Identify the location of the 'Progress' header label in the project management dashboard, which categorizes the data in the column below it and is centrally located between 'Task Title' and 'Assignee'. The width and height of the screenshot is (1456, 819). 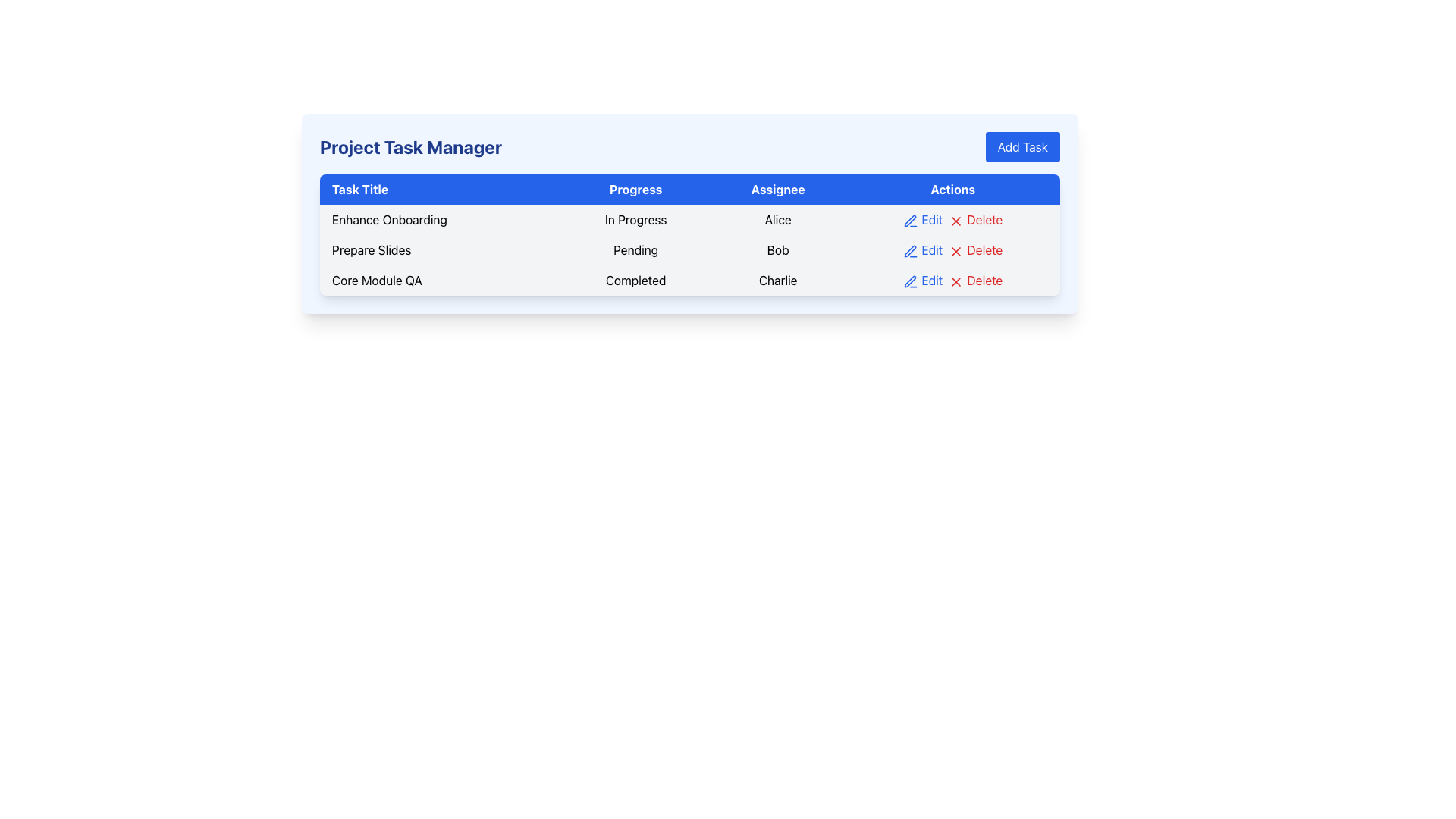
(635, 189).